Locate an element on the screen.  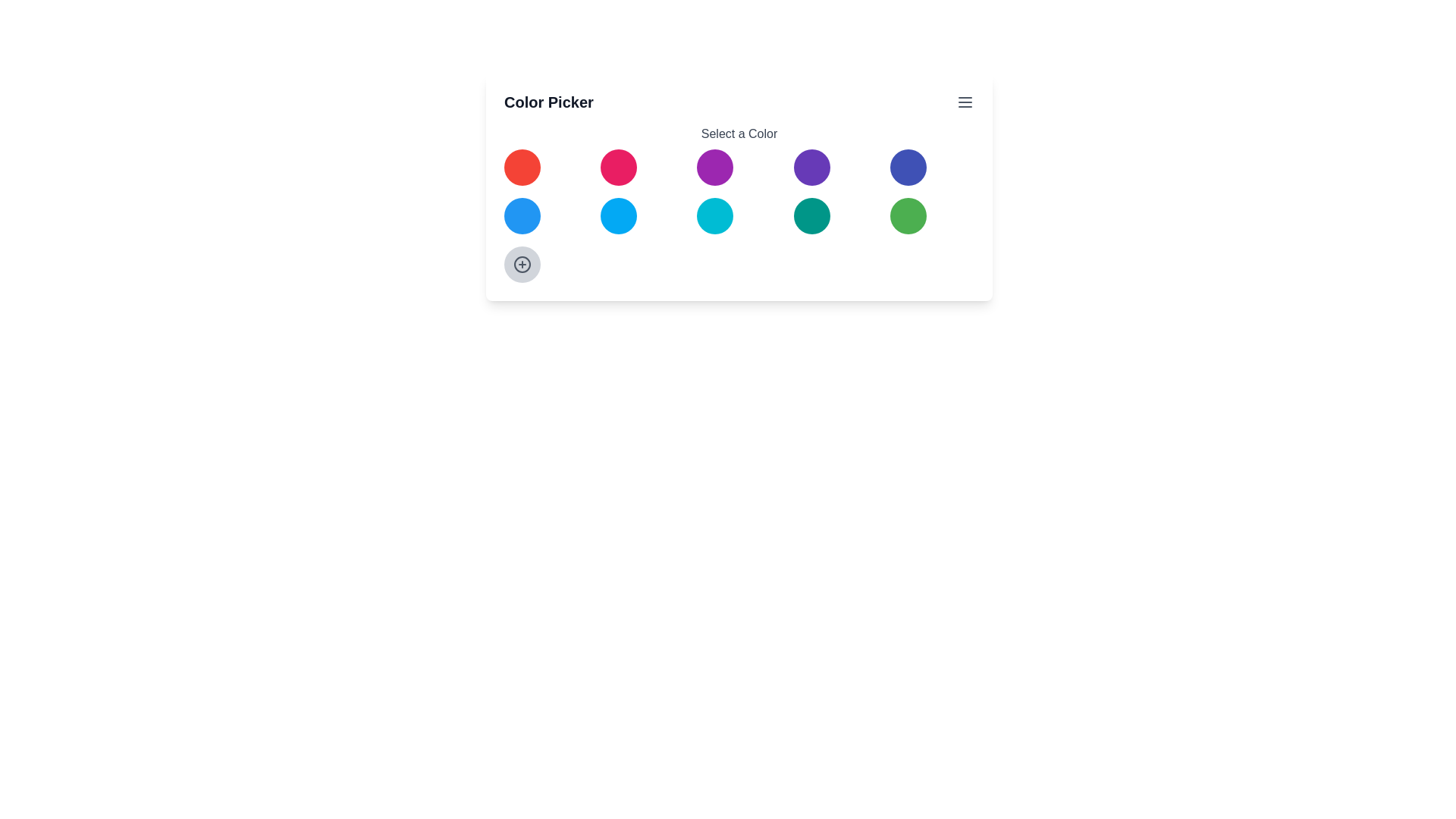
the color circle with color purple is located at coordinates (714, 167).